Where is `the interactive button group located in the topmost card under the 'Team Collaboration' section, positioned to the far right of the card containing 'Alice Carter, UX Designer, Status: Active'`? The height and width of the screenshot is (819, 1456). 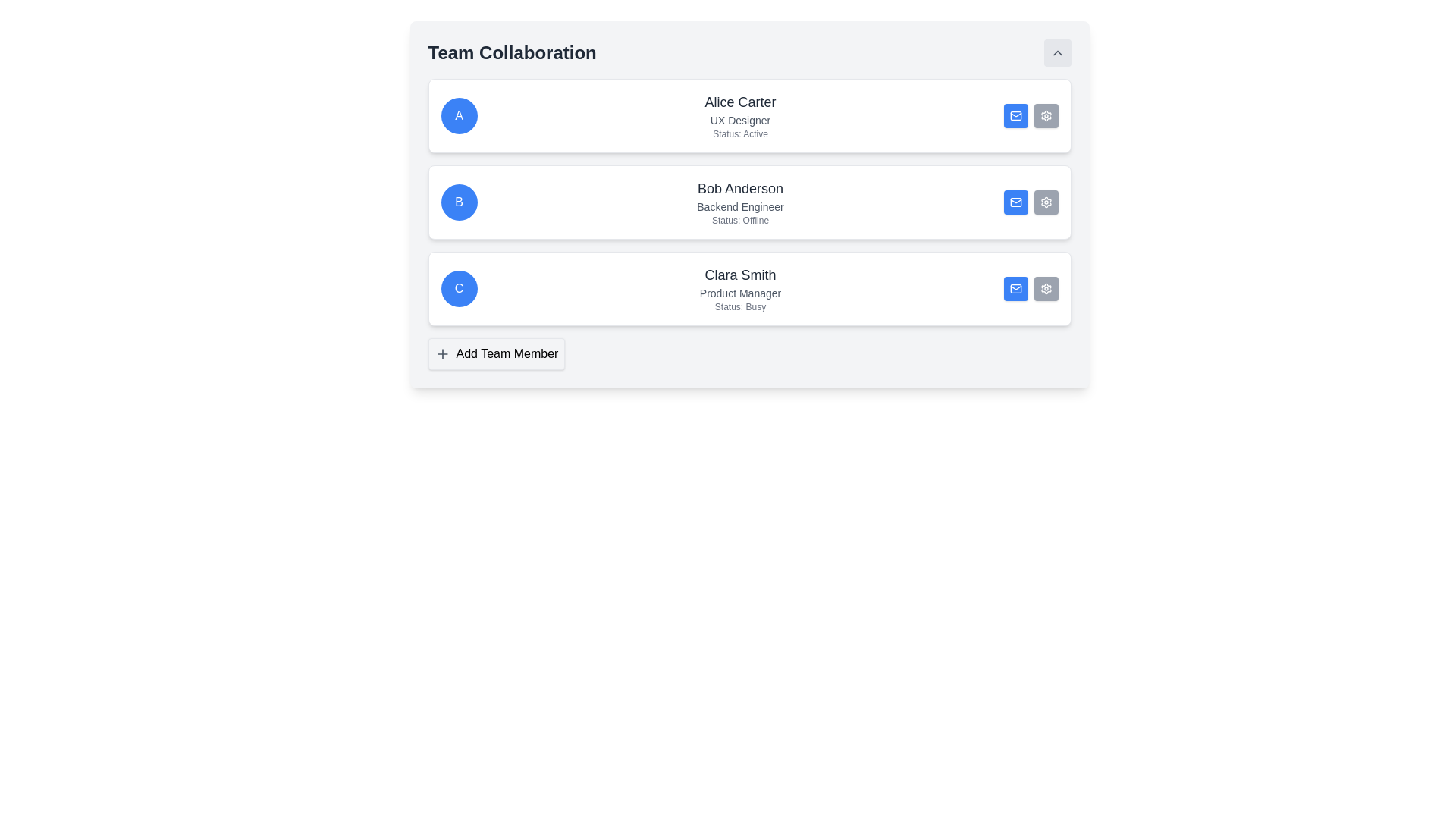
the interactive button group located in the topmost card under the 'Team Collaboration' section, positioned to the far right of the card containing 'Alice Carter, UX Designer, Status: Active' is located at coordinates (1031, 115).